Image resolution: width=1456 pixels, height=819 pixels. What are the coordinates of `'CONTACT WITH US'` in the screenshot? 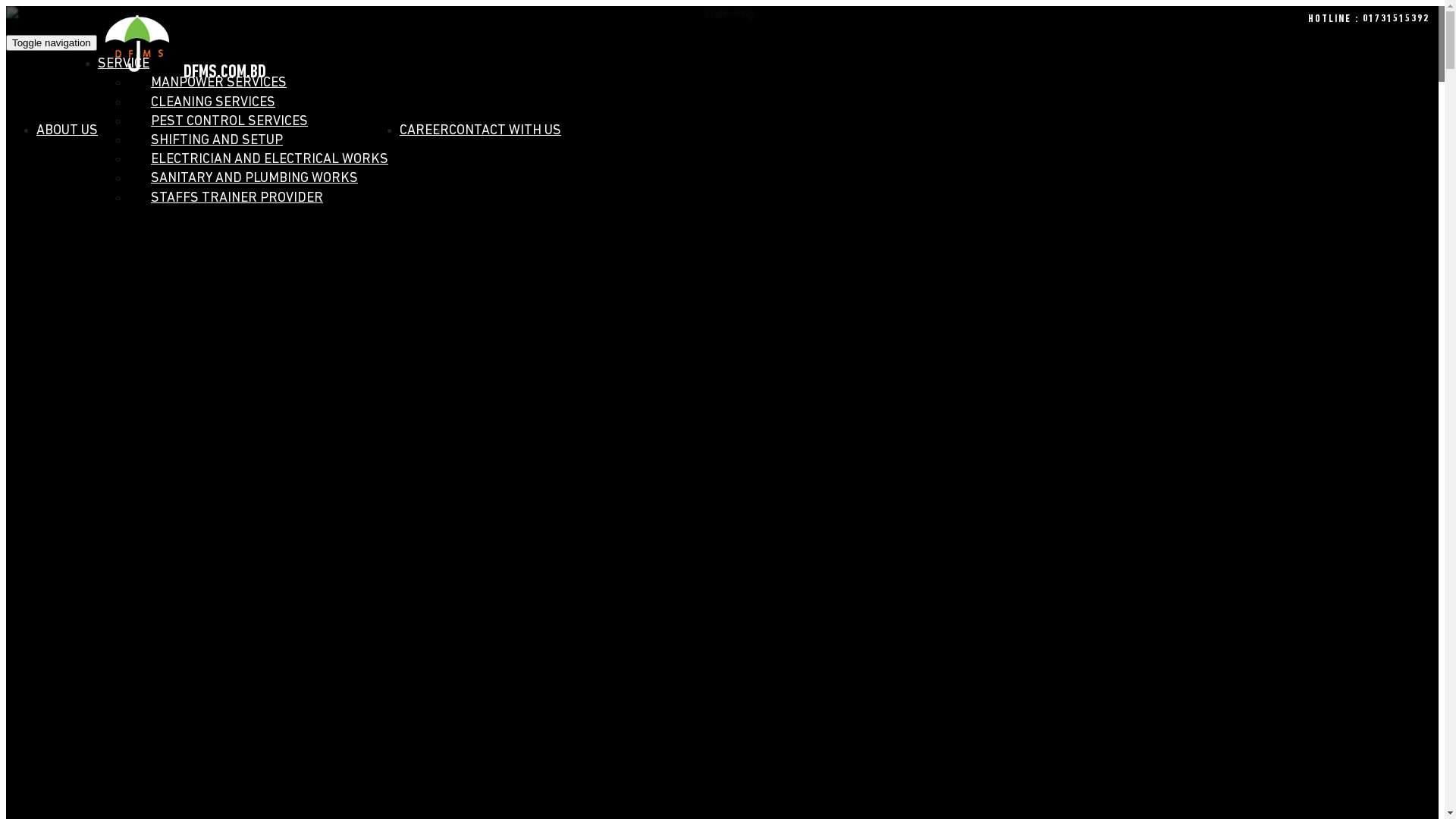 It's located at (505, 144).